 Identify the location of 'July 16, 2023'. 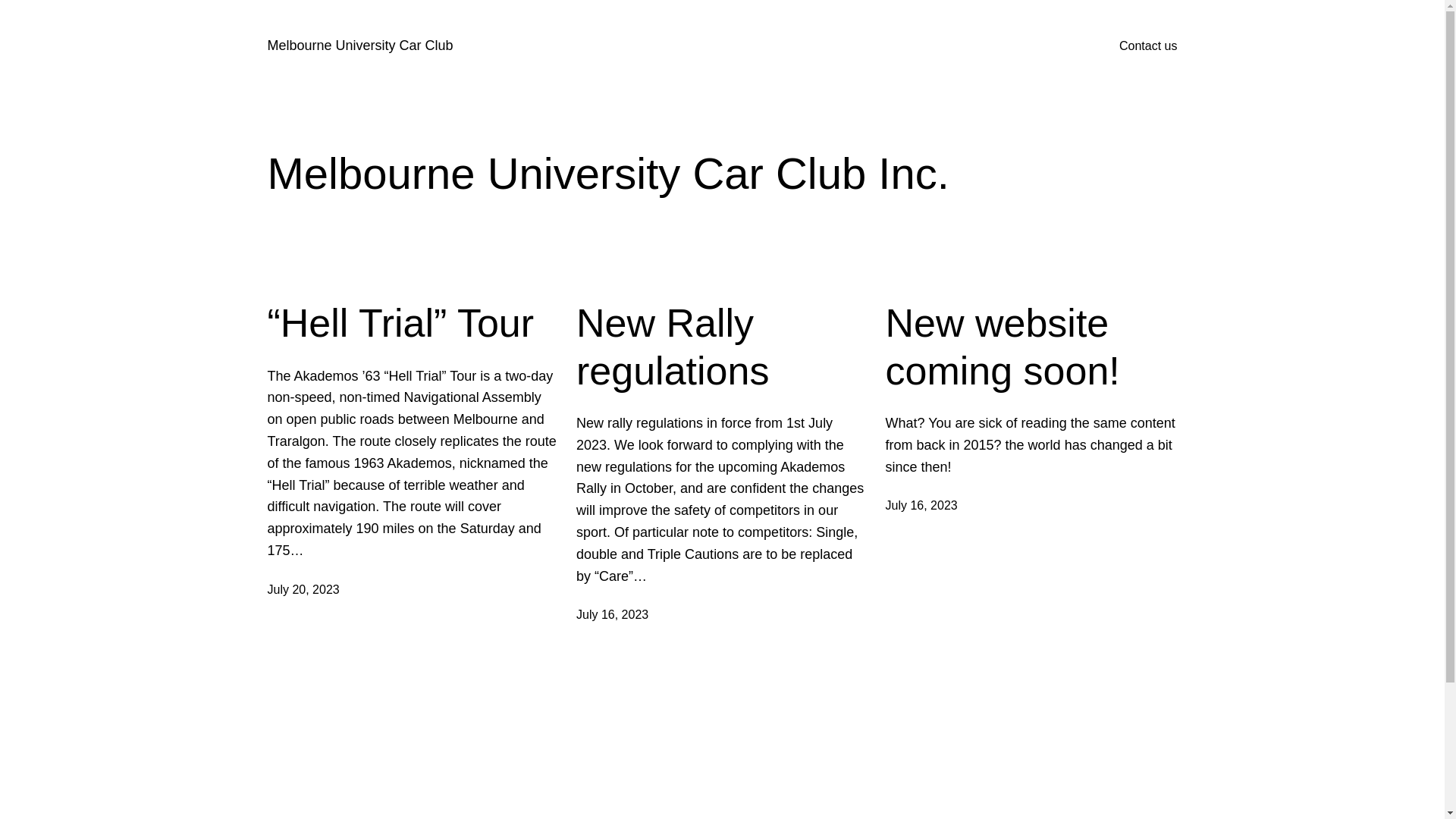
(612, 614).